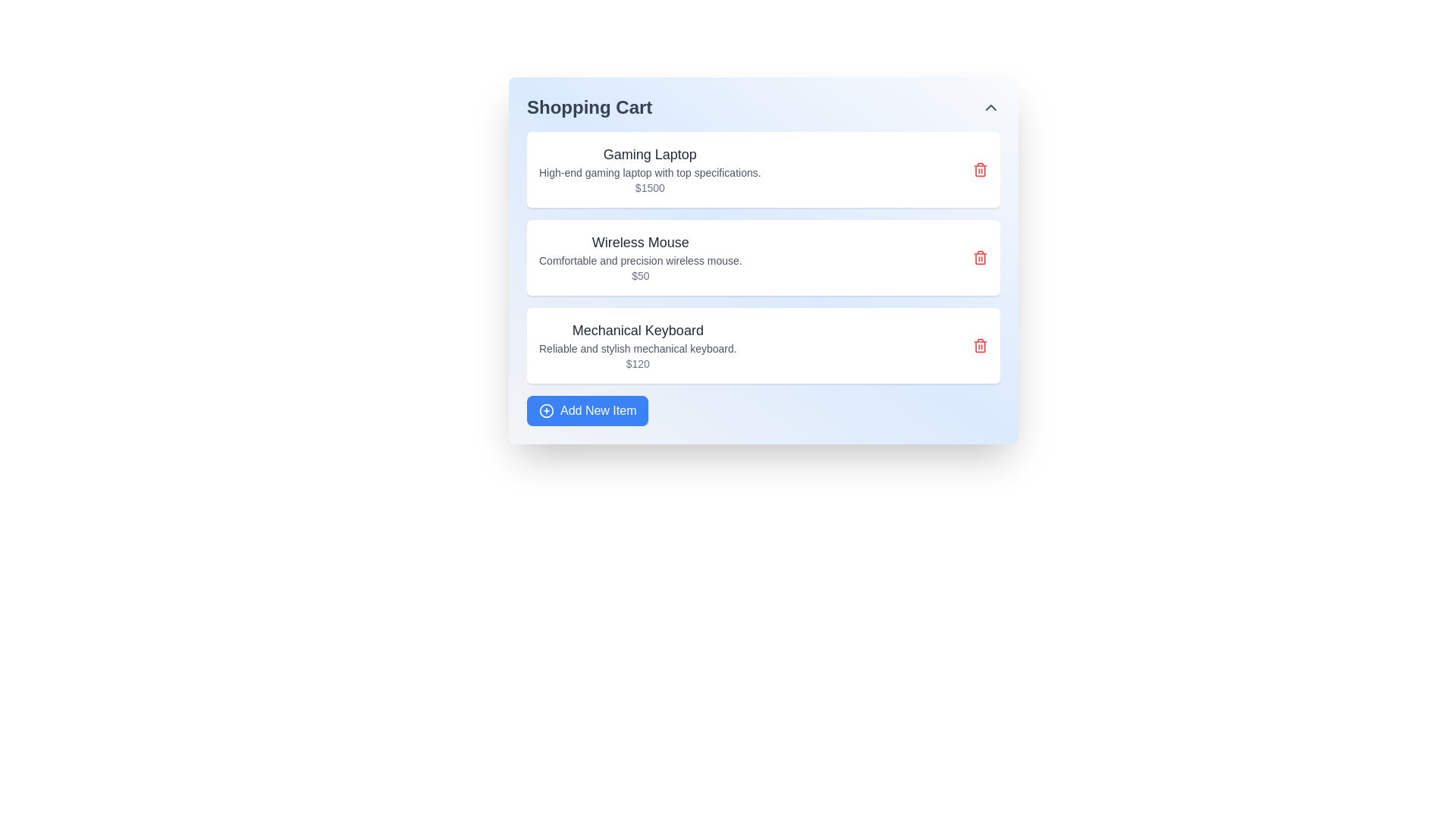  What do you see at coordinates (638, 345) in the screenshot?
I see `information displayed in the informational area titled 'Mechanical Keyboard', which includes the description 'Reliable and stylish mechanical keyboard.' and the price '$120'` at bounding box center [638, 345].